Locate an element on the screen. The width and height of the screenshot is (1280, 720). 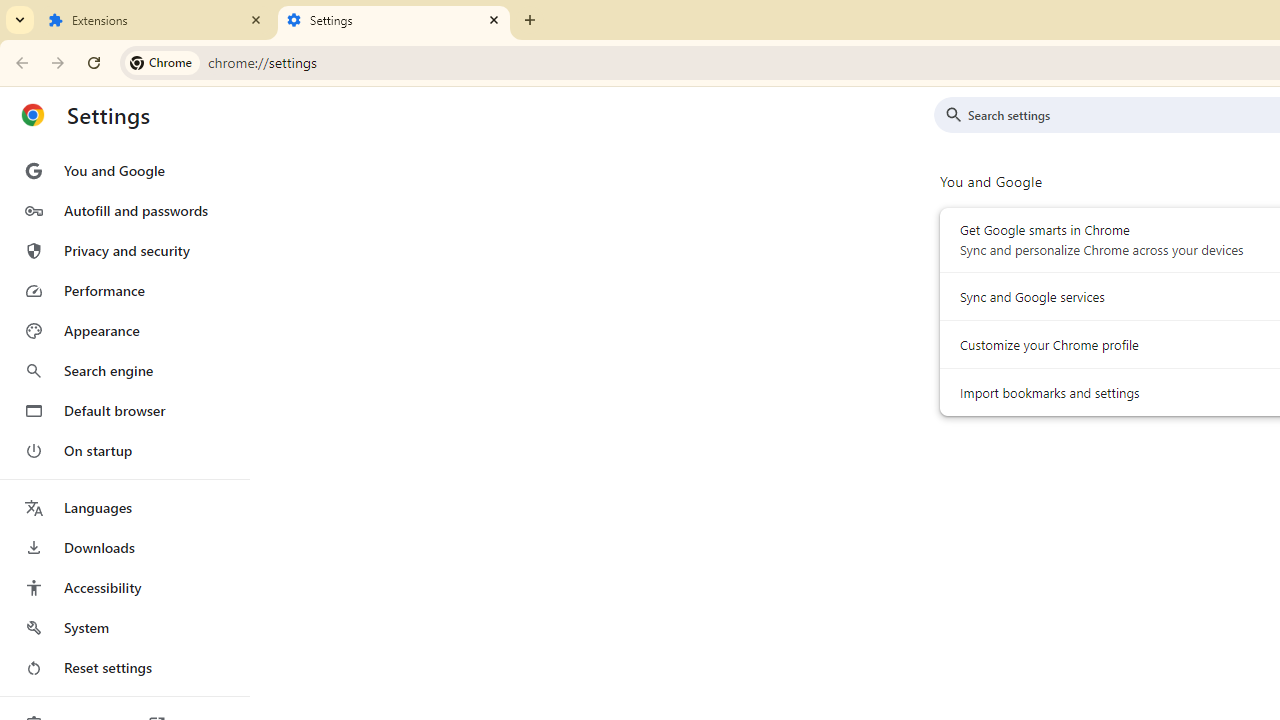
'Performance' is located at coordinates (123, 290).